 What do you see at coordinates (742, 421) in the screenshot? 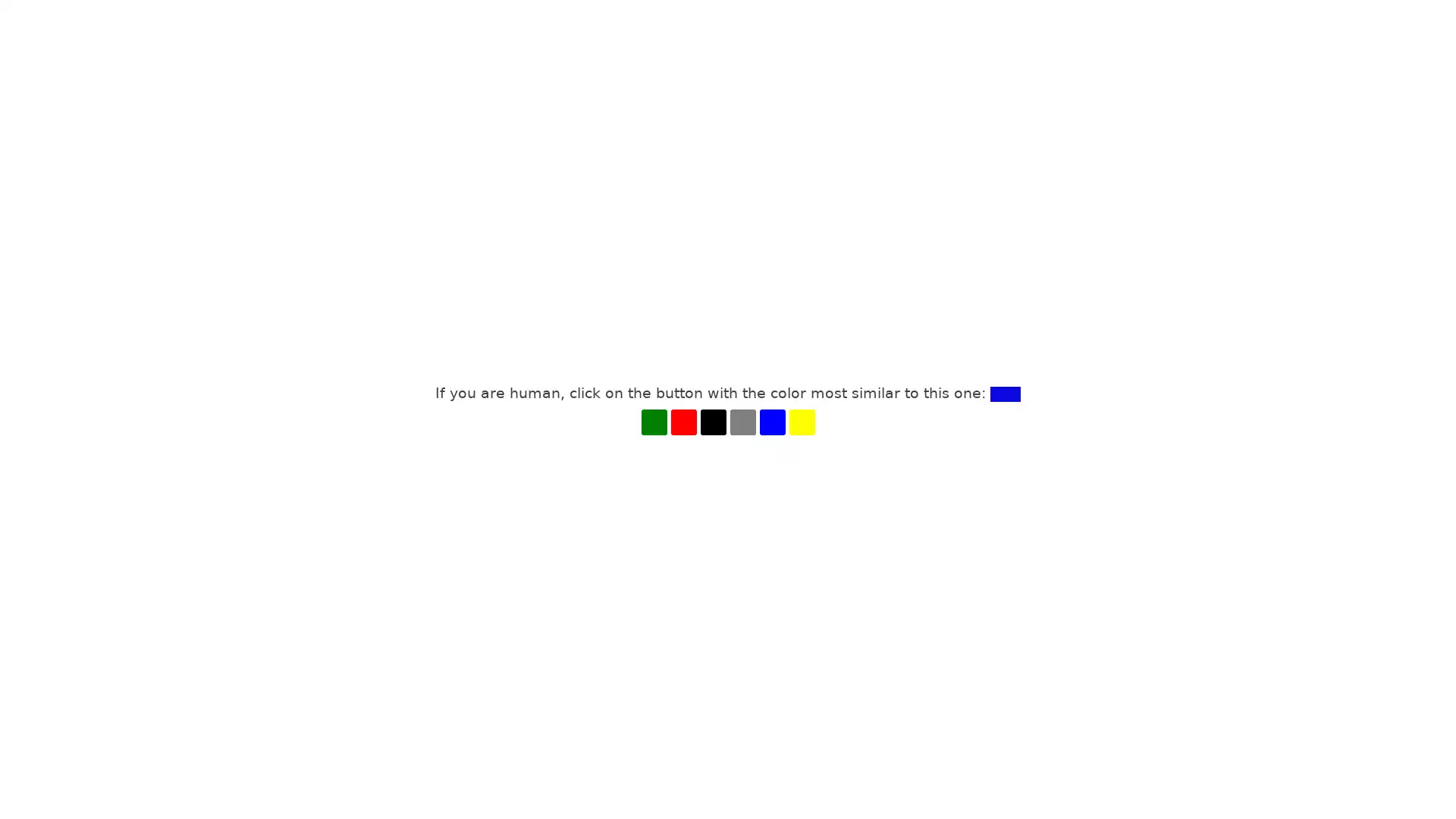
I see `GRAY` at bounding box center [742, 421].